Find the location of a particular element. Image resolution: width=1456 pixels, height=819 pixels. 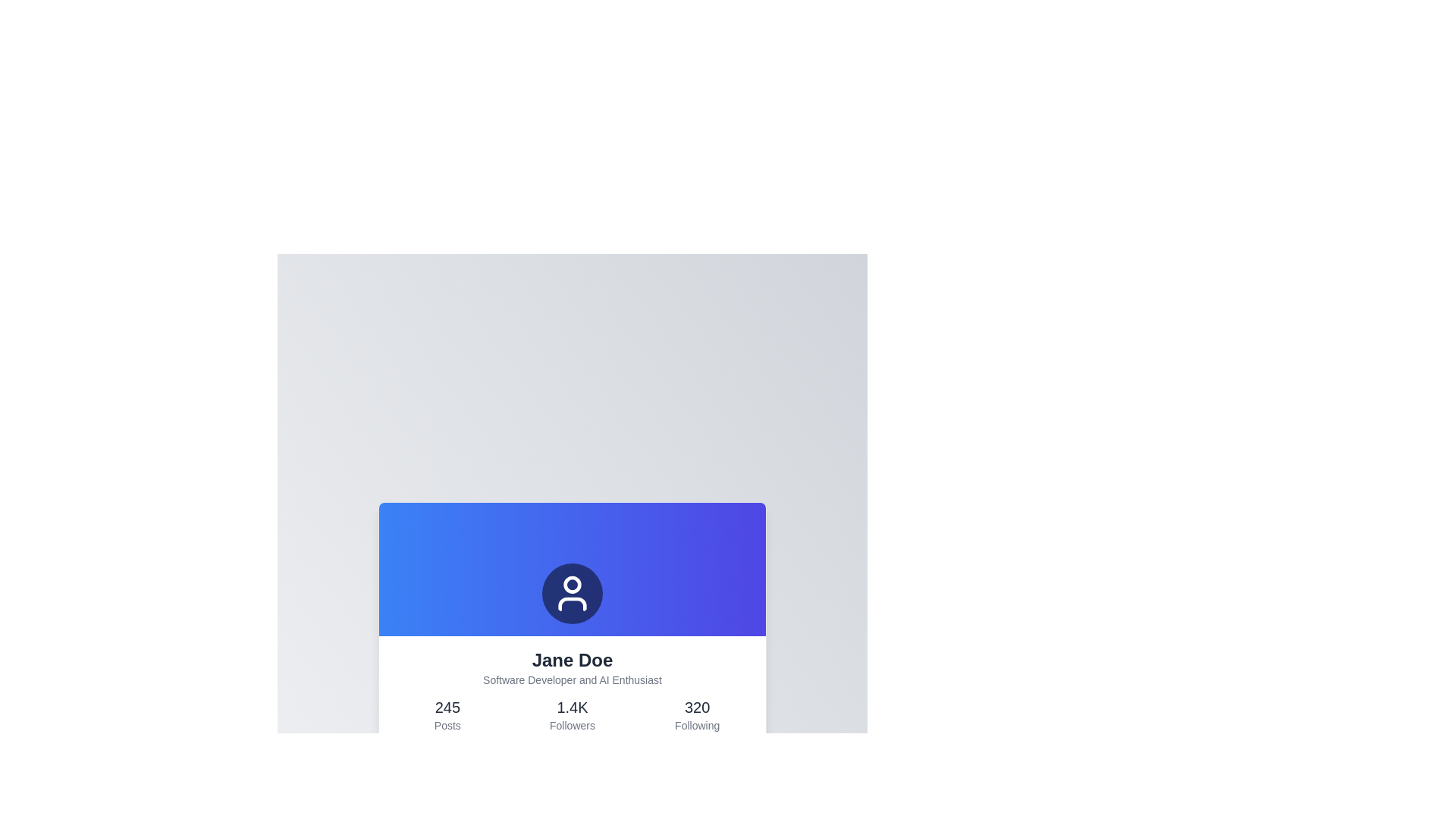

descriptive subtitle text located under the name 'Jane Doe' in the profile card layout is located at coordinates (571, 679).